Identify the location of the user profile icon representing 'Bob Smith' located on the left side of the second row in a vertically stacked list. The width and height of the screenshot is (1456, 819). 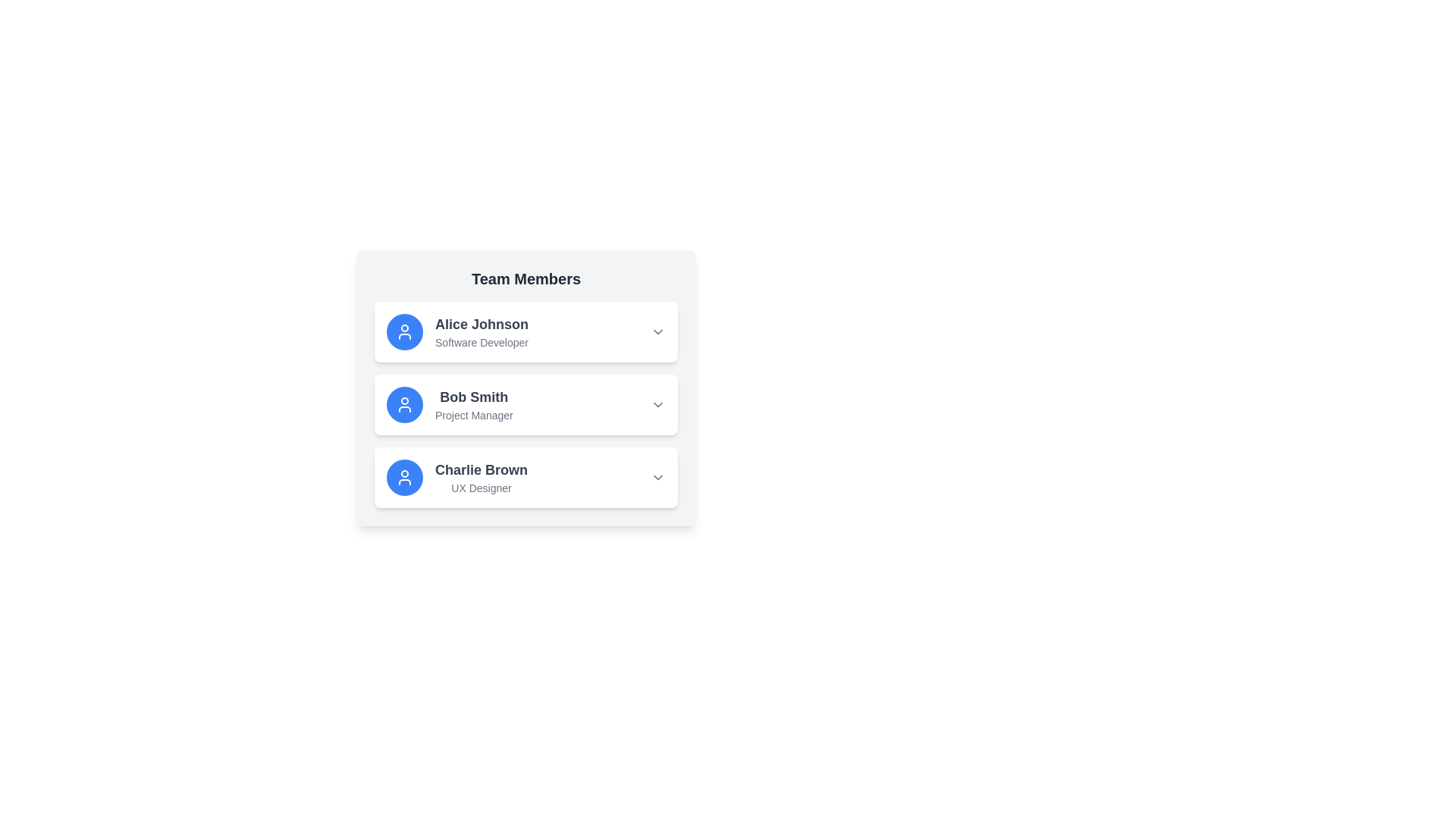
(404, 403).